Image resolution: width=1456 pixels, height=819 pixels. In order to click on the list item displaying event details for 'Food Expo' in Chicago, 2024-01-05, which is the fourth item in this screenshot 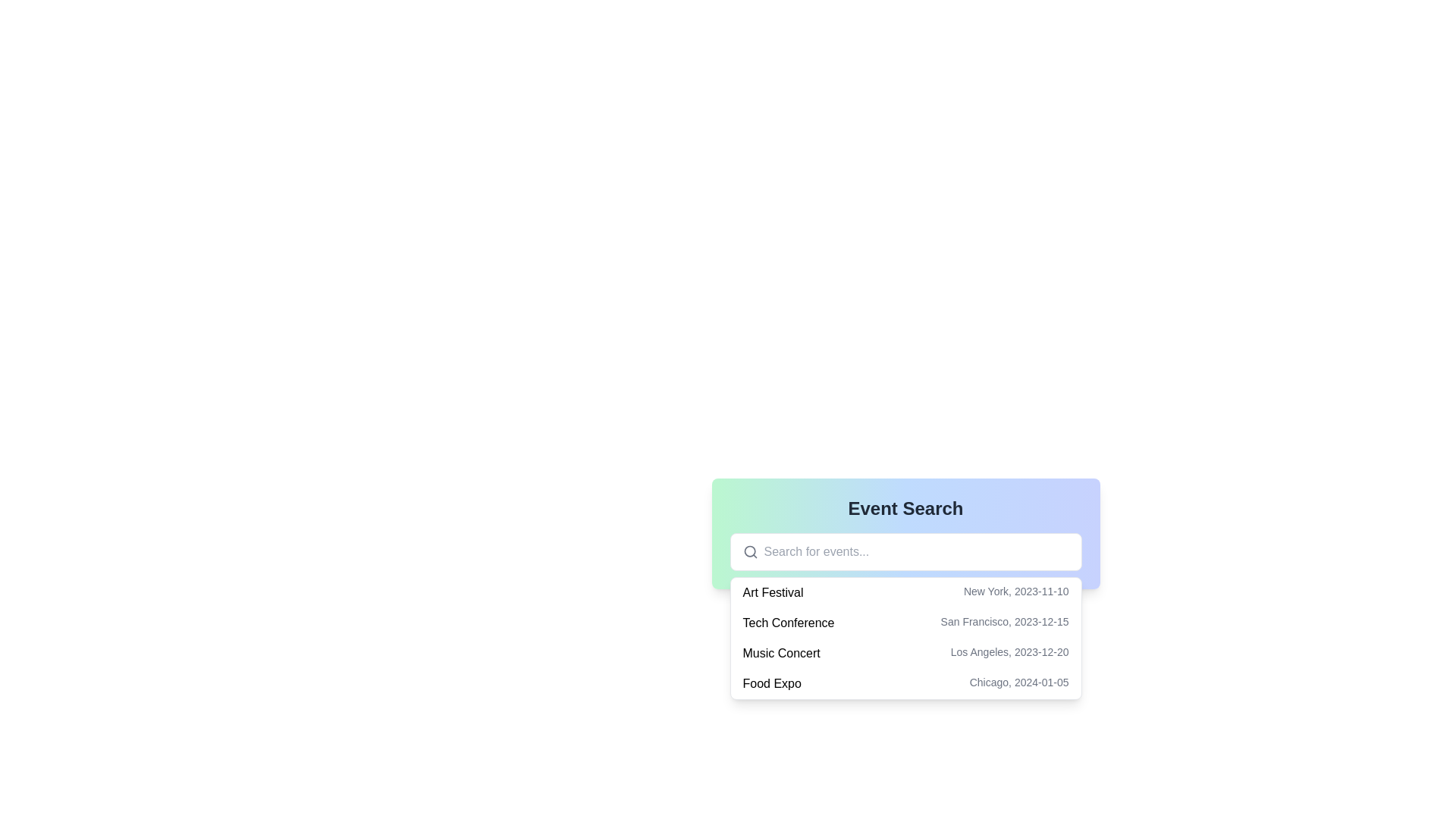, I will do `click(905, 684)`.